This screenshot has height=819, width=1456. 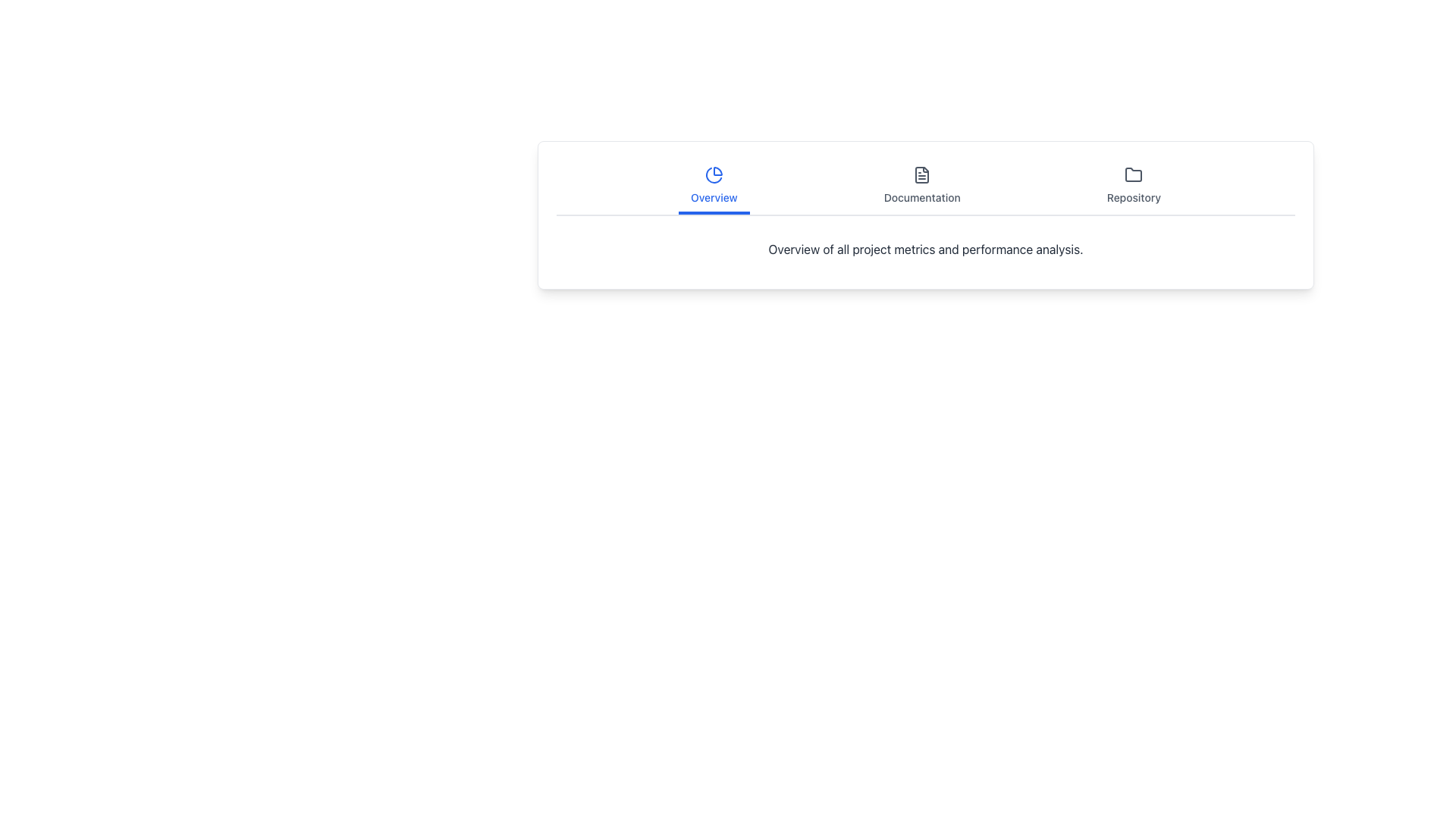 What do you see at coordinates (921, 186) in the screenshot?
I see `the 'Documentation' Navigation tab which features an icon resembling a document with lines and is positioned between 'Overview' and 'Repository'` at bounding box center [921, 186].